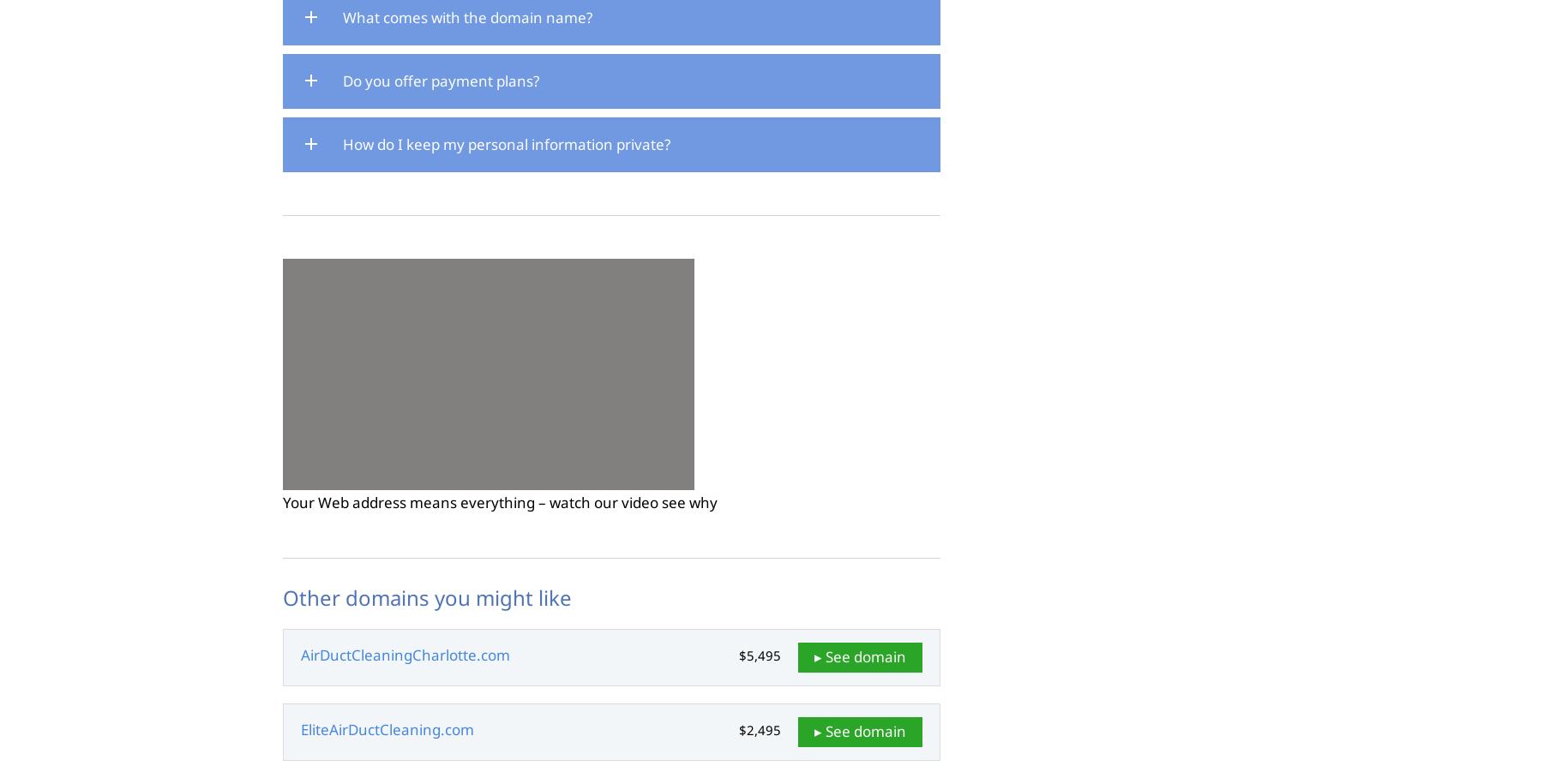 The image size is (1568, 772). I want to click on '$5,495', so click(758, 653).